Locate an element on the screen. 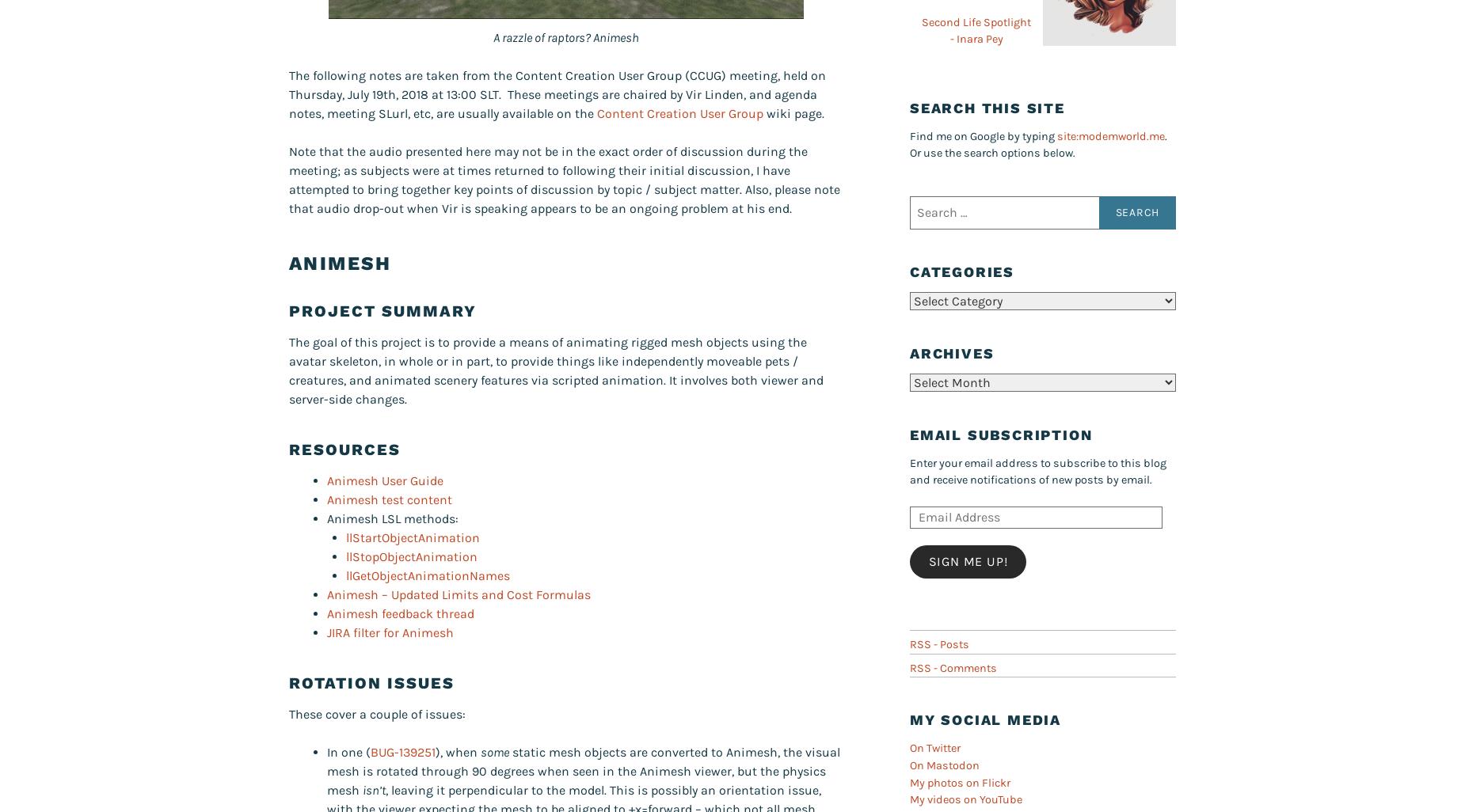 This screenshot has height=812, width=1465. 'Second Life Spotlight - Inara Pey' is located at coordinates (976, 30).